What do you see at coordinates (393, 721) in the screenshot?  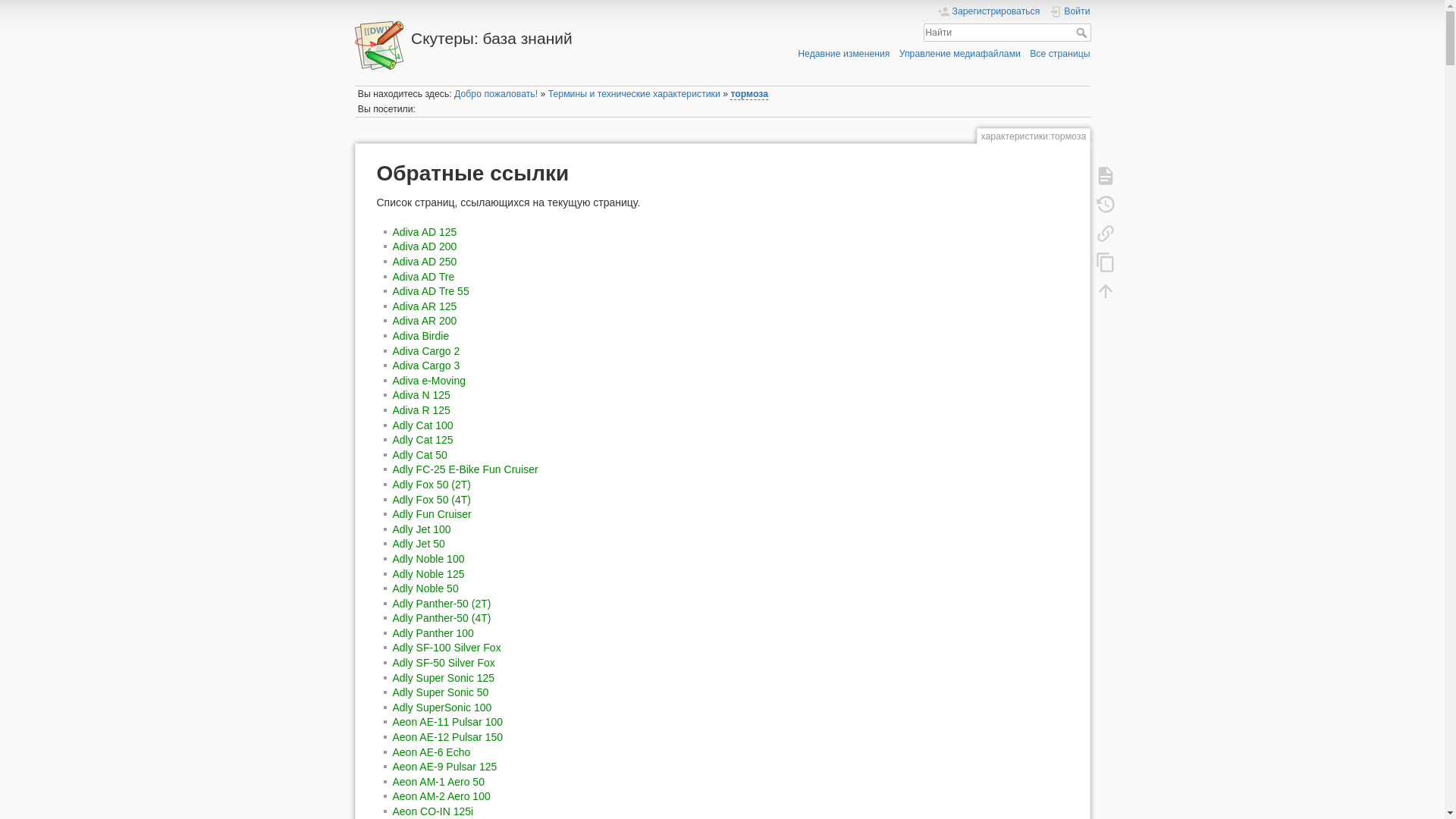 I see `'Aeon AE-11 Pulsar 100'` at bounding box center [393, 721].